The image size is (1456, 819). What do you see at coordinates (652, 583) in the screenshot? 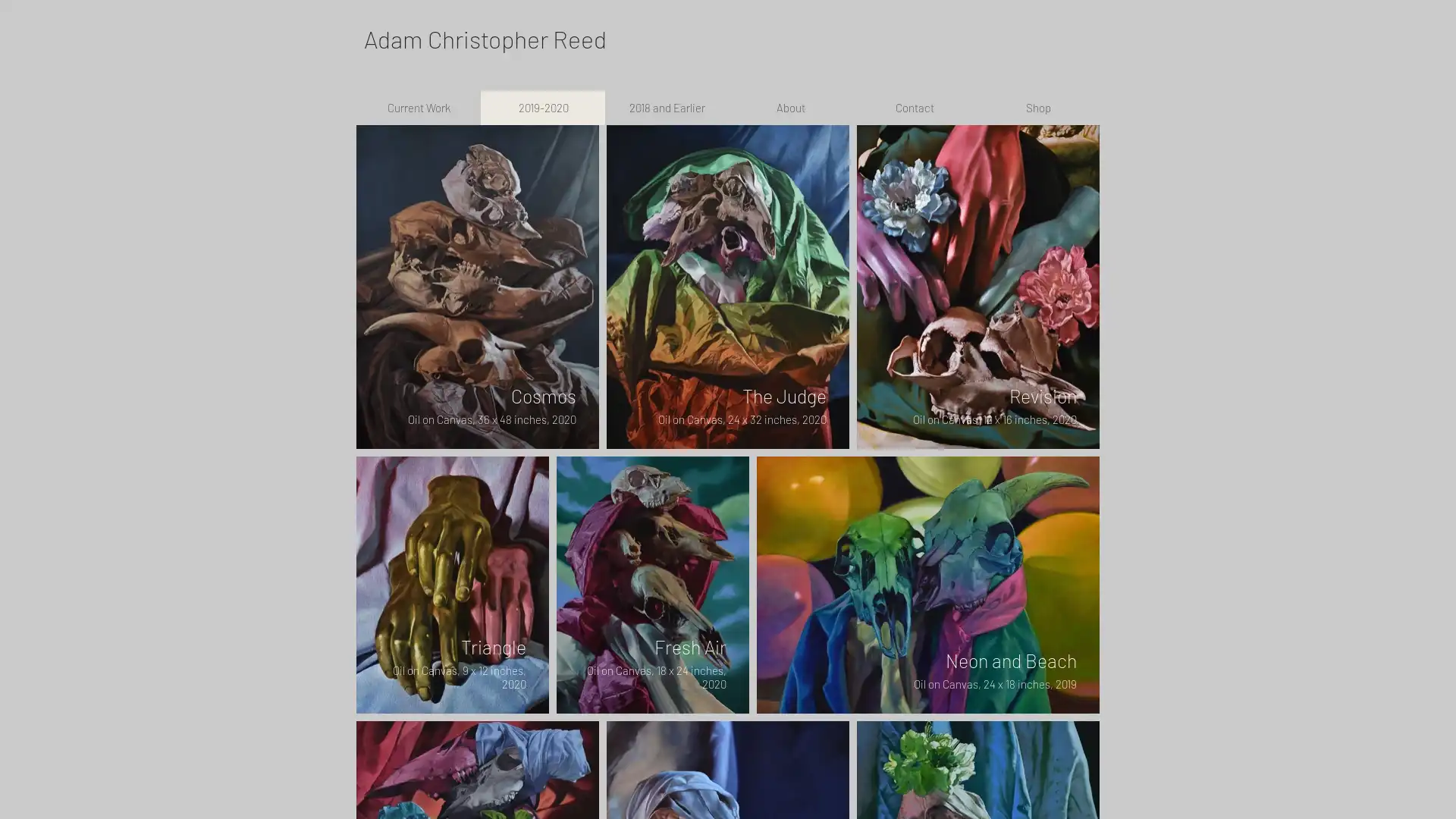
I see `Fresh Air` at bounding box center [652, 583].